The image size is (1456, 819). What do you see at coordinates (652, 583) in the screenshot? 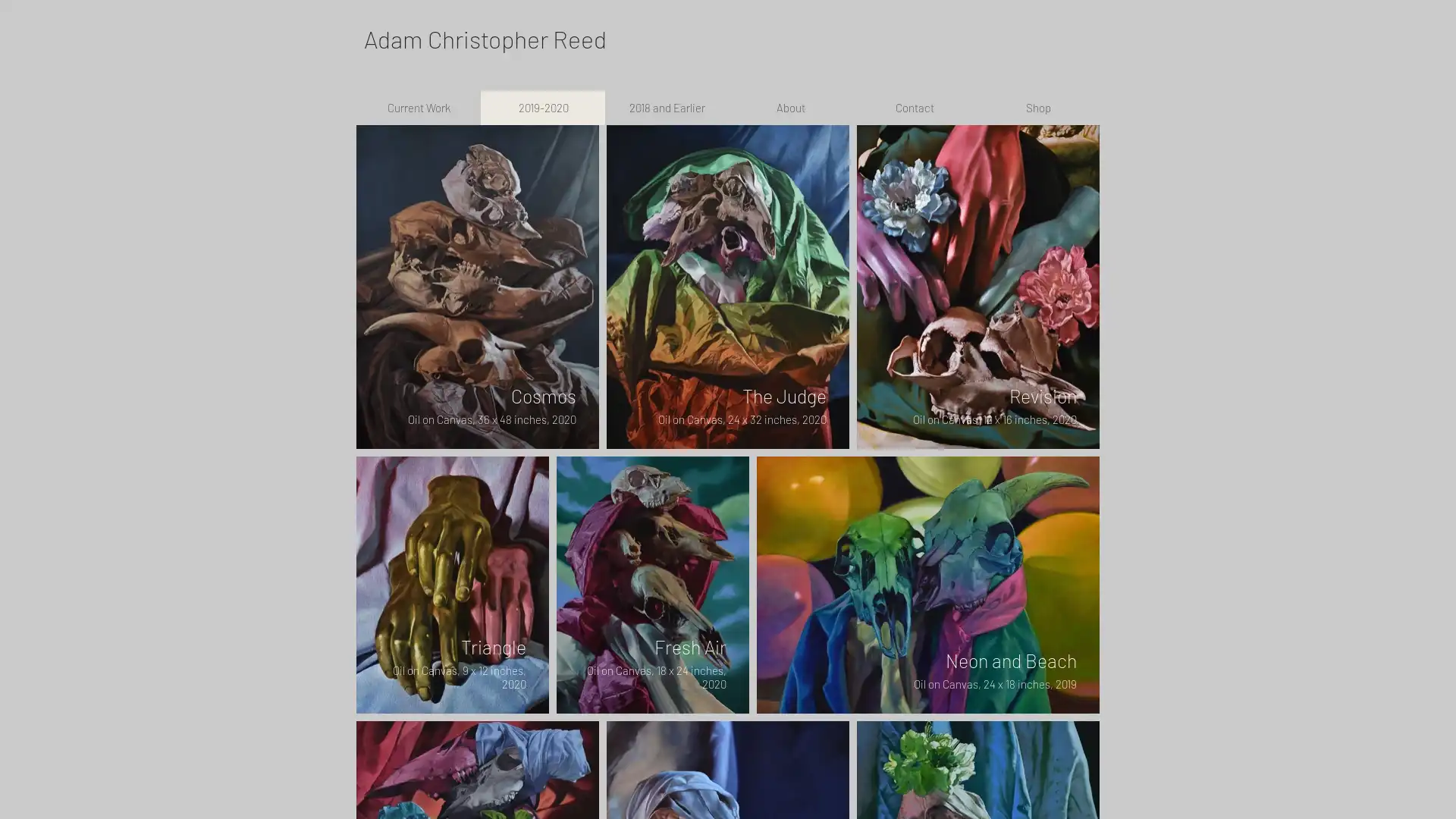
I see `Fresh Air` at bounding box center [652, 583].